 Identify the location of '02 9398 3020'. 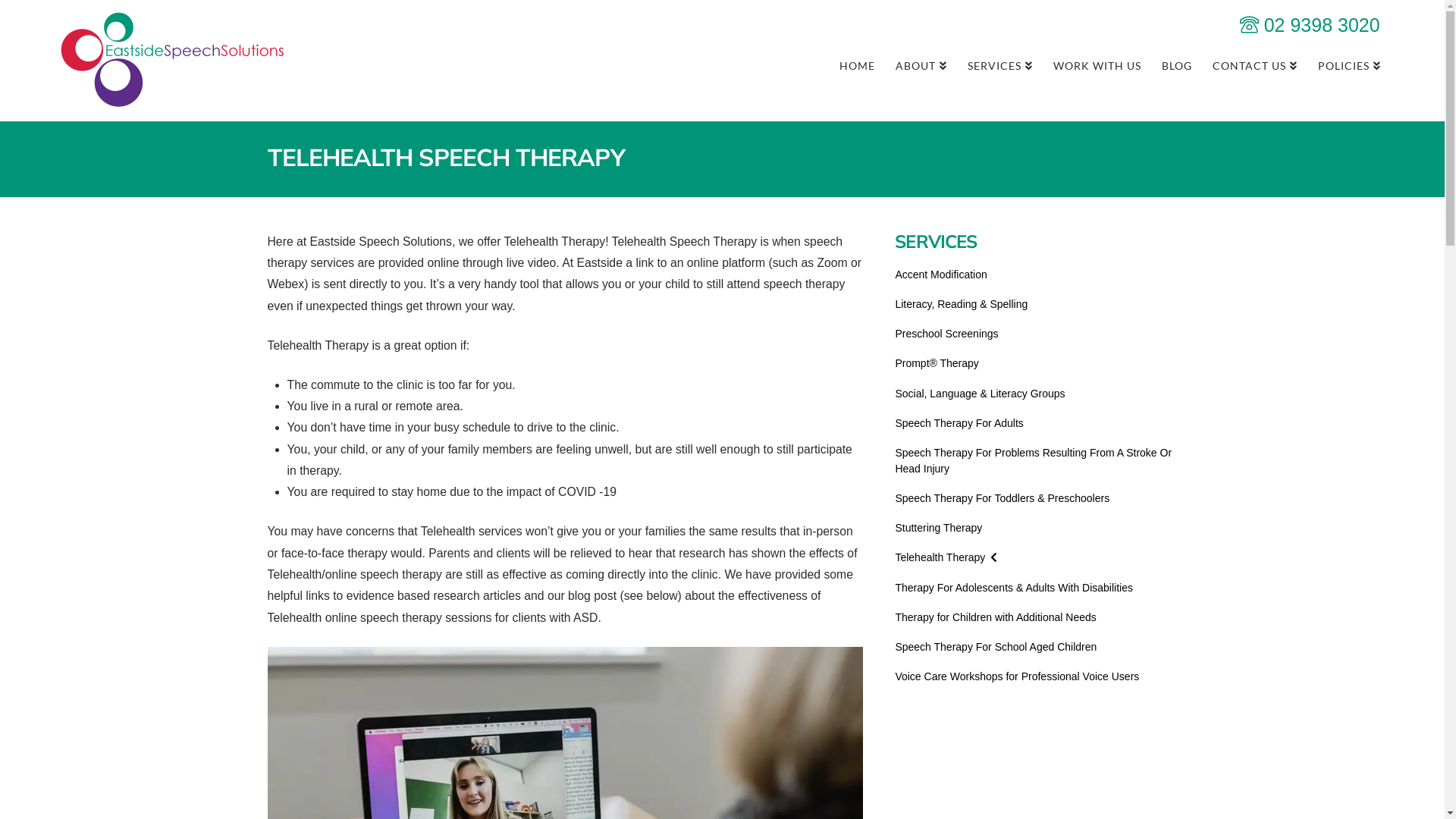
(1309, 25).